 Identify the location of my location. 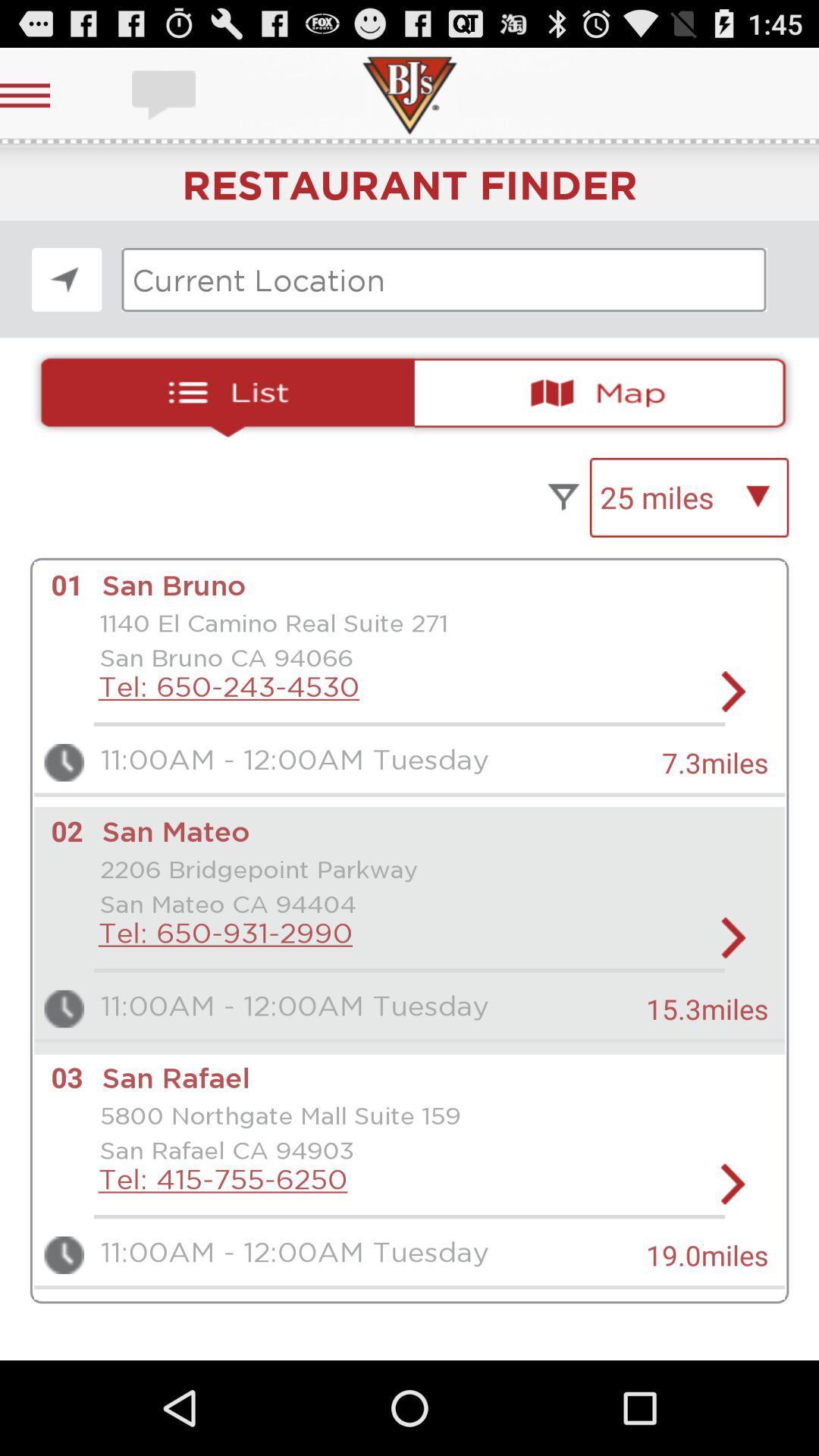
(66, 280).